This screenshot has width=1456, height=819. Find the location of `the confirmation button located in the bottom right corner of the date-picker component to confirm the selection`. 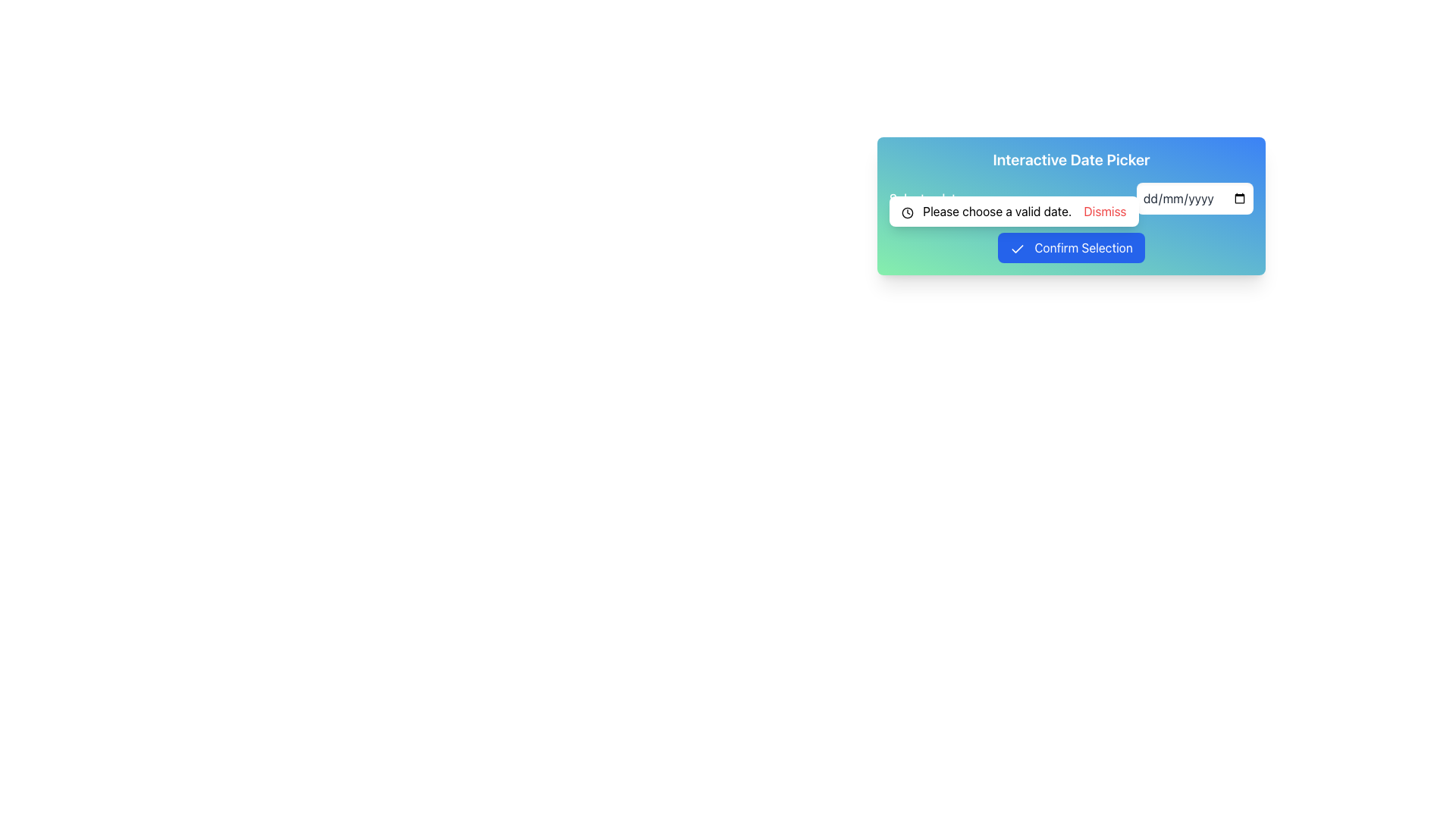

the confirmation button located in the bottom right corner of the date-picker component to confirm the selection is located at coordinates (1070, 247).